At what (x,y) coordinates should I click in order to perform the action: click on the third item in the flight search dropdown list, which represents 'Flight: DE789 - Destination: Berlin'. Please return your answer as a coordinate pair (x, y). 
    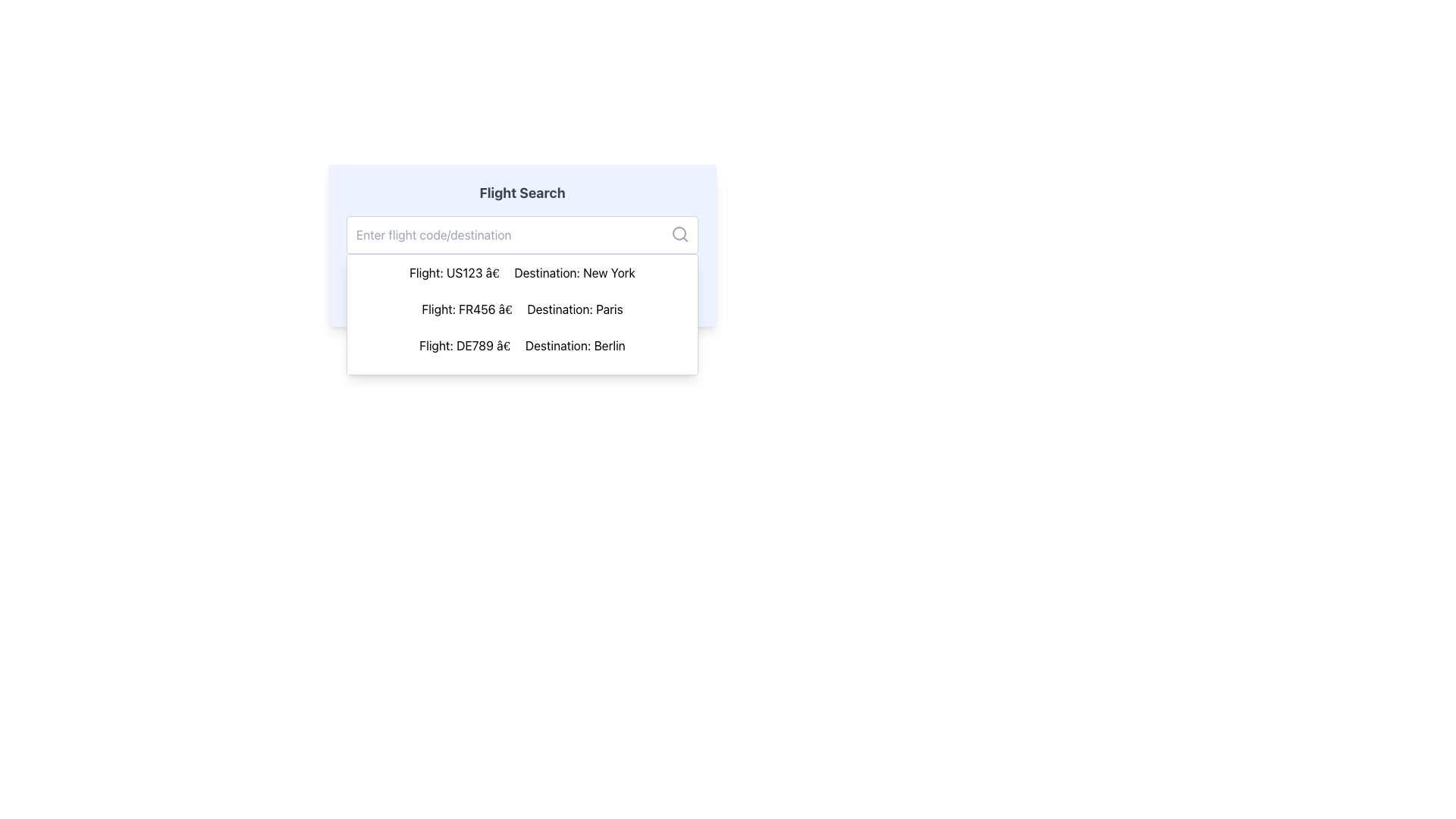
    Looking at the image, I should click on (522, 345).